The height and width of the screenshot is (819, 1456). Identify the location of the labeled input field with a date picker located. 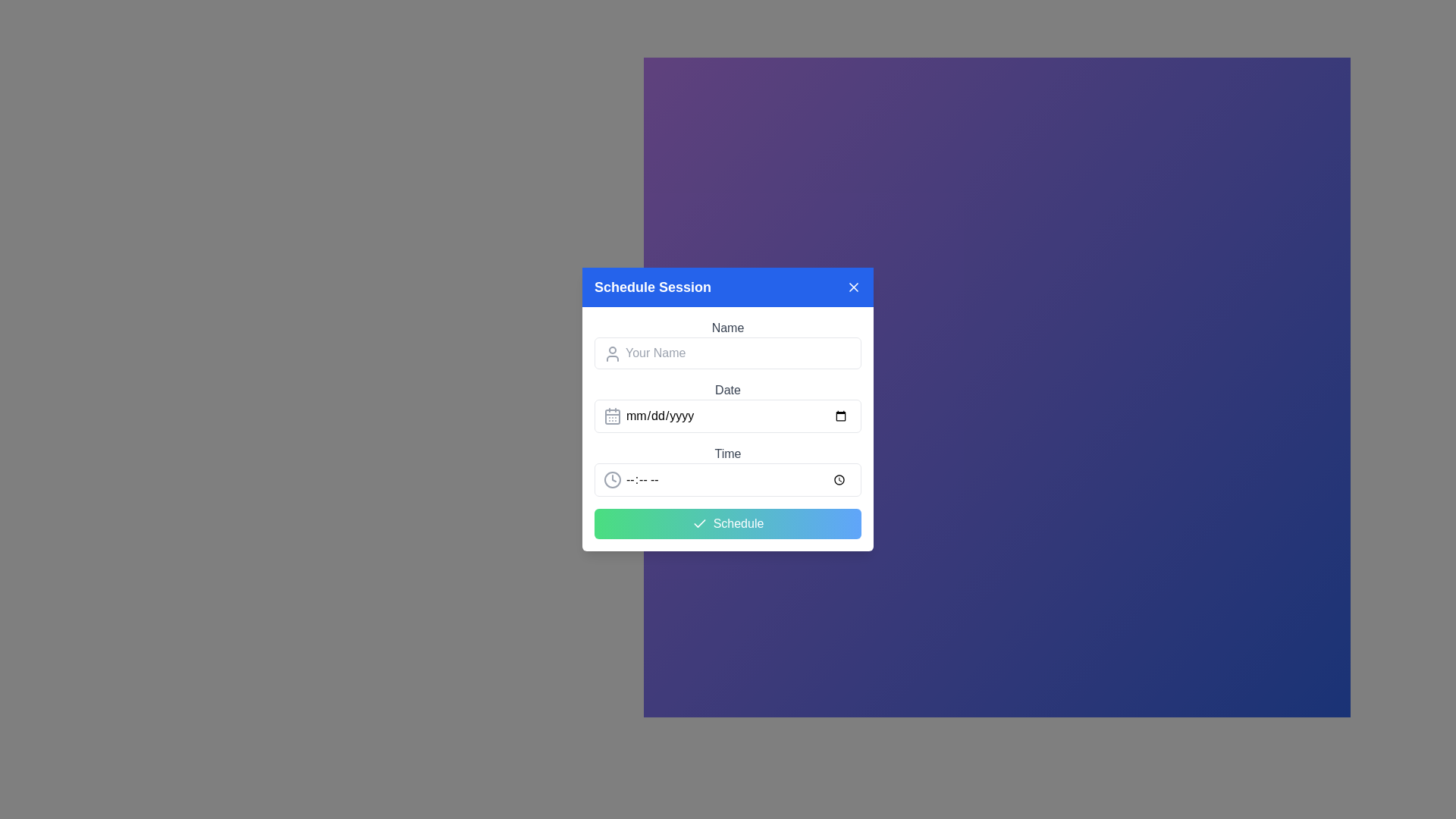
(728, 406).